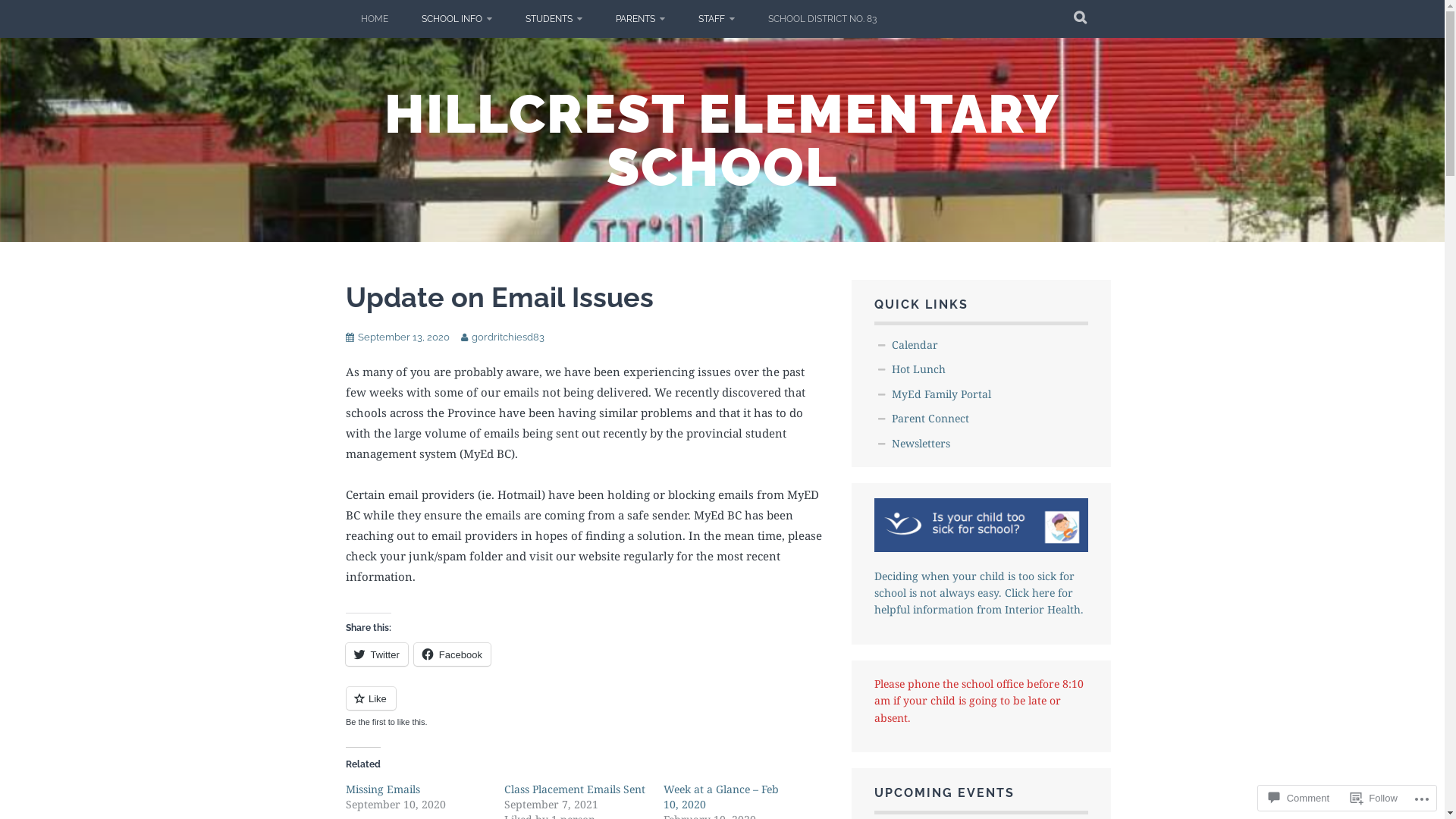  What do you see at coordinates (930, 418) in the screenshot?
I see `'Parent Connect'` at bounding box center [930, 418].